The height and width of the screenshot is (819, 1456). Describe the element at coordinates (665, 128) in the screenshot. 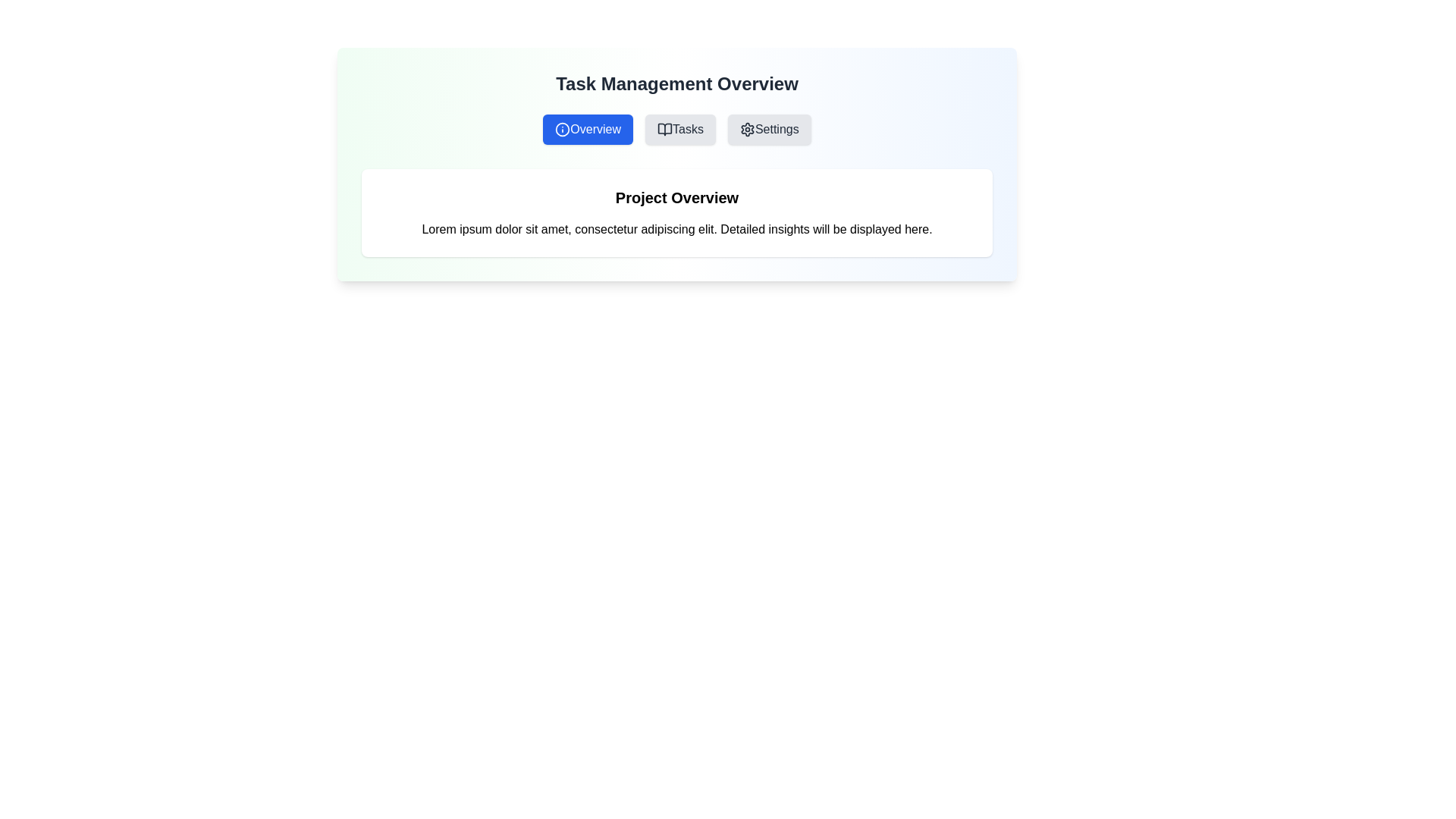

I see `the 'Tasks' icon located within the navigation bar, which is the left-most visual element preceding the text 'Tasks'` at that location.